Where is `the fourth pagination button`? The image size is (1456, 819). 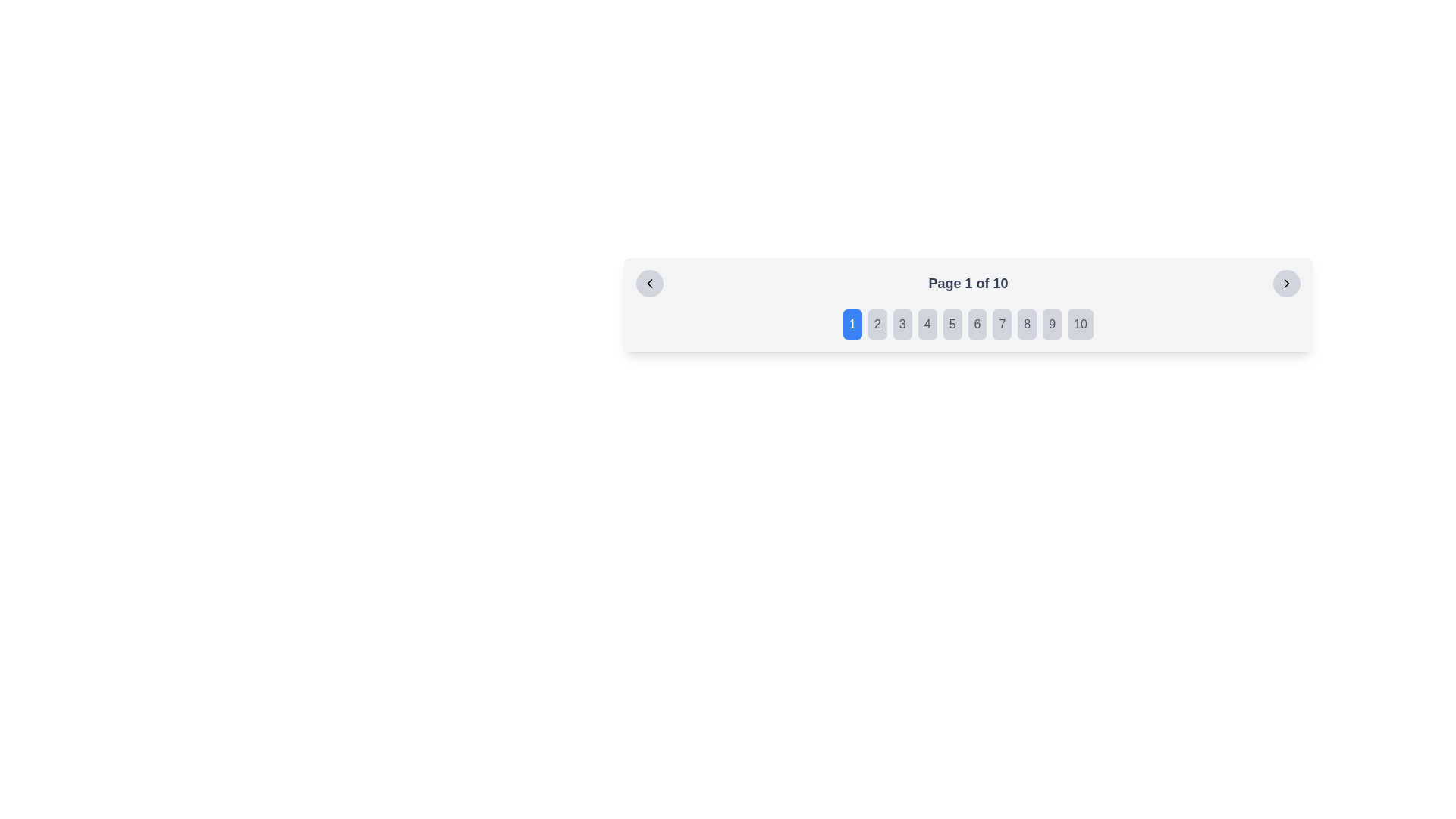 the fourth pagination button is located at coordinates (927, 324).